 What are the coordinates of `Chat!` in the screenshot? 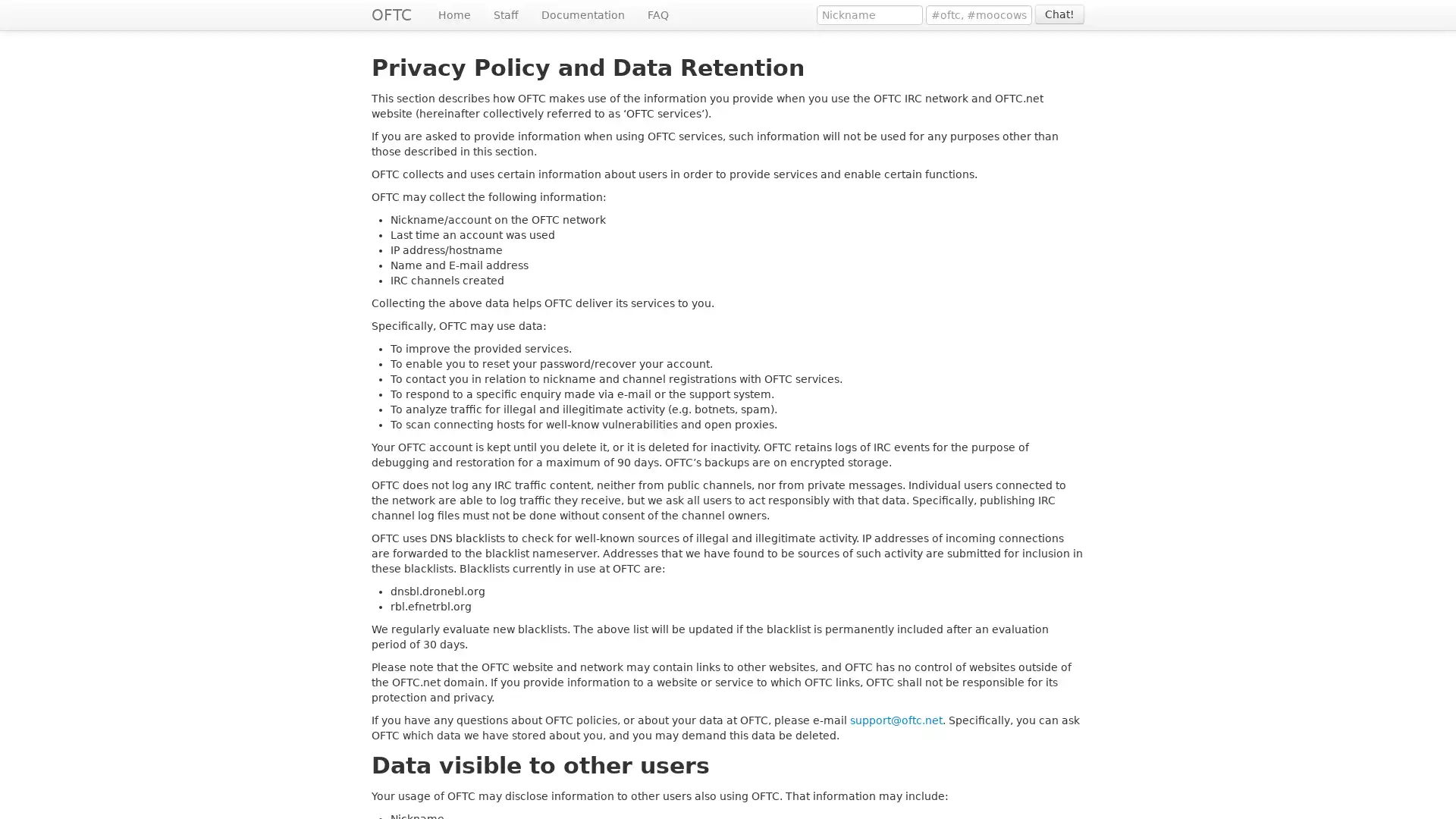 It's located at (1059, 14).